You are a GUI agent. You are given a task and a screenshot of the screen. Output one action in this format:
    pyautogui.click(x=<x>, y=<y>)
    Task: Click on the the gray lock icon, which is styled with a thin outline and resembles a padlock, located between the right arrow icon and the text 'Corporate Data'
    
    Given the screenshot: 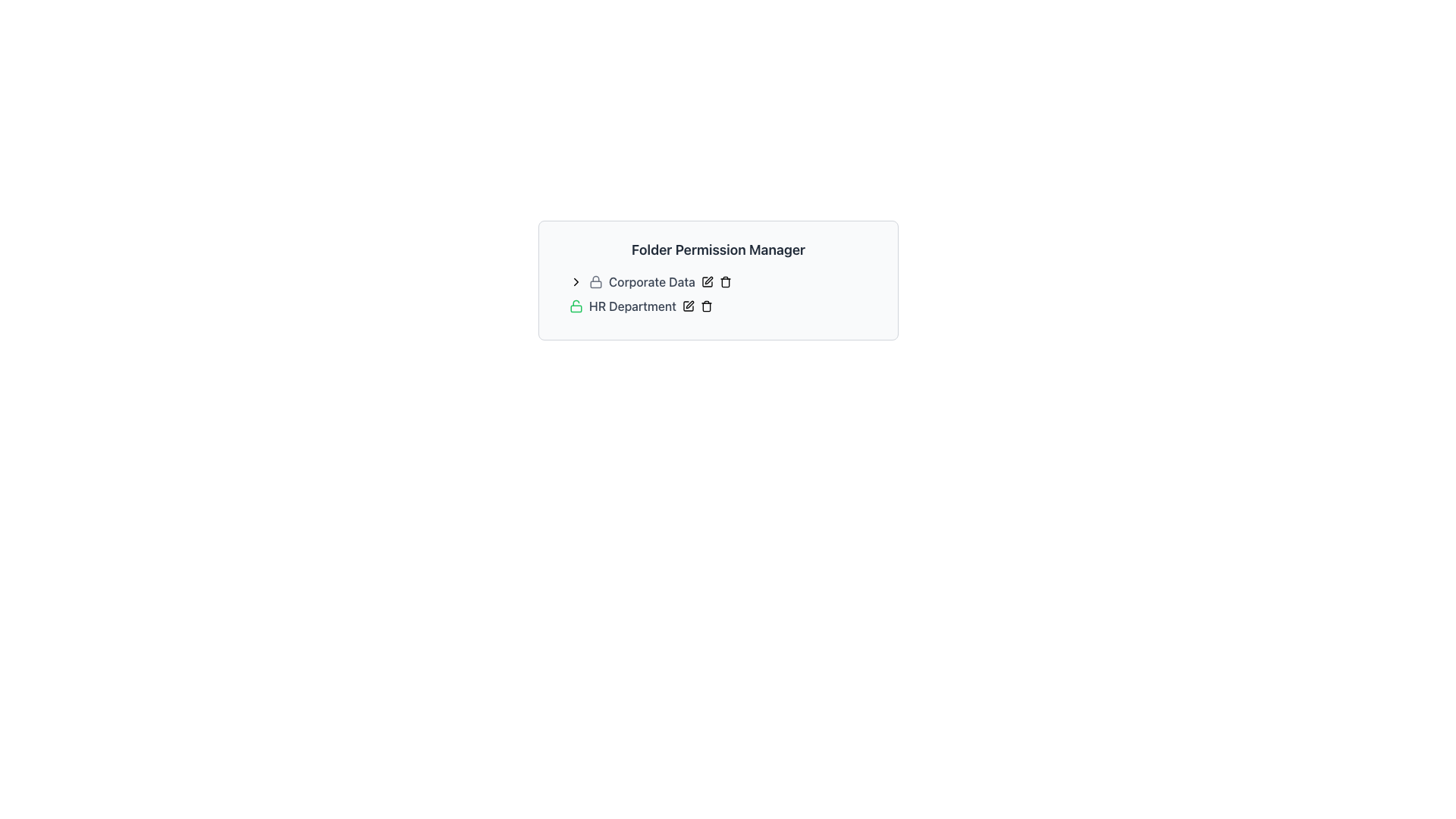 What is the action you would take?
    pyautogui.click(x=595, y=281)
    